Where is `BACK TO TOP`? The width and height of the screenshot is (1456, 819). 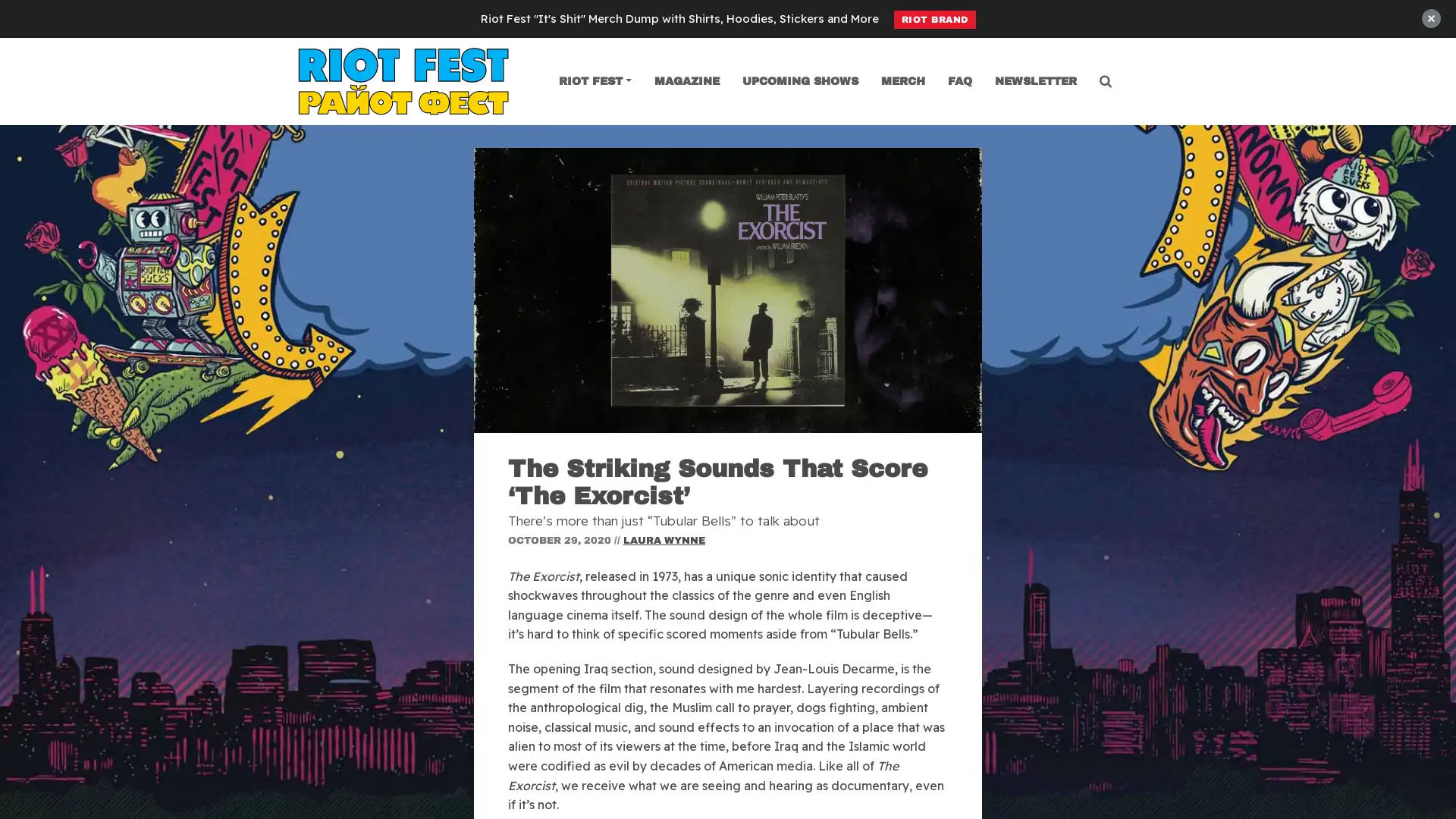
BACK TO TOP is located at coordinates (1429, 718).